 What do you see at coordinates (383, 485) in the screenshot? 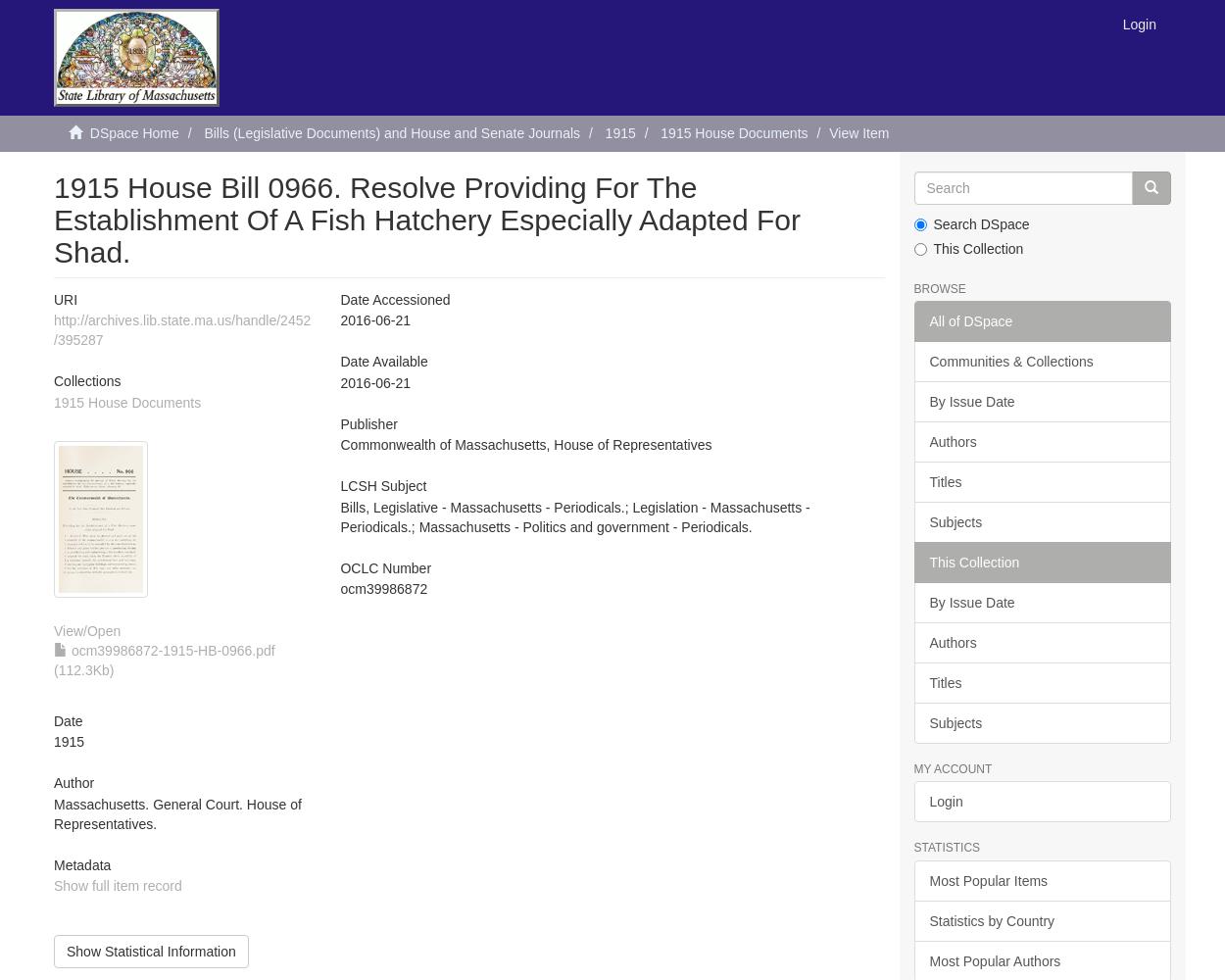
I see `'LCSH Subject'` at bounding box center [383, 485].